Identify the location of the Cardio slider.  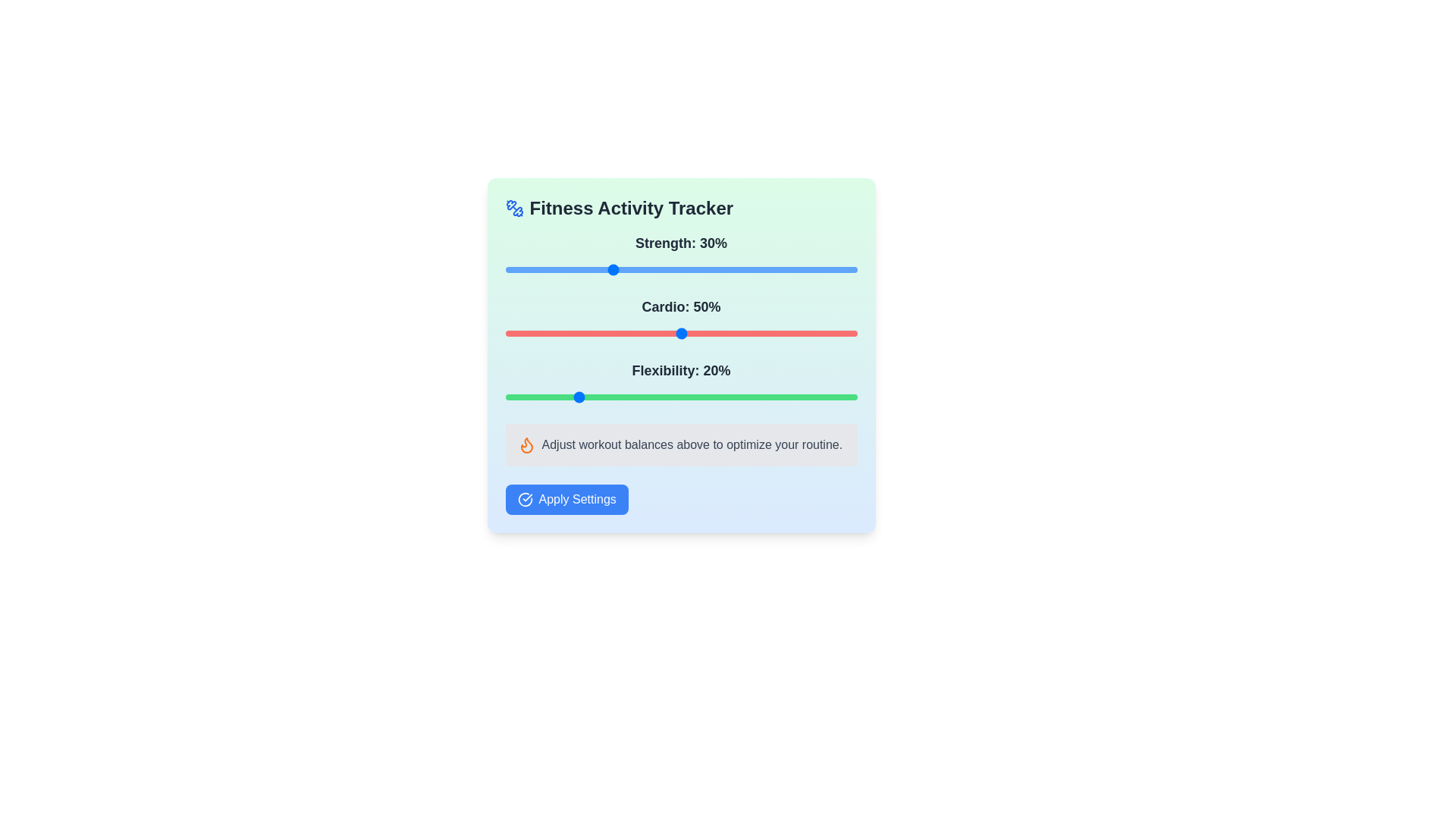
(814, 332).